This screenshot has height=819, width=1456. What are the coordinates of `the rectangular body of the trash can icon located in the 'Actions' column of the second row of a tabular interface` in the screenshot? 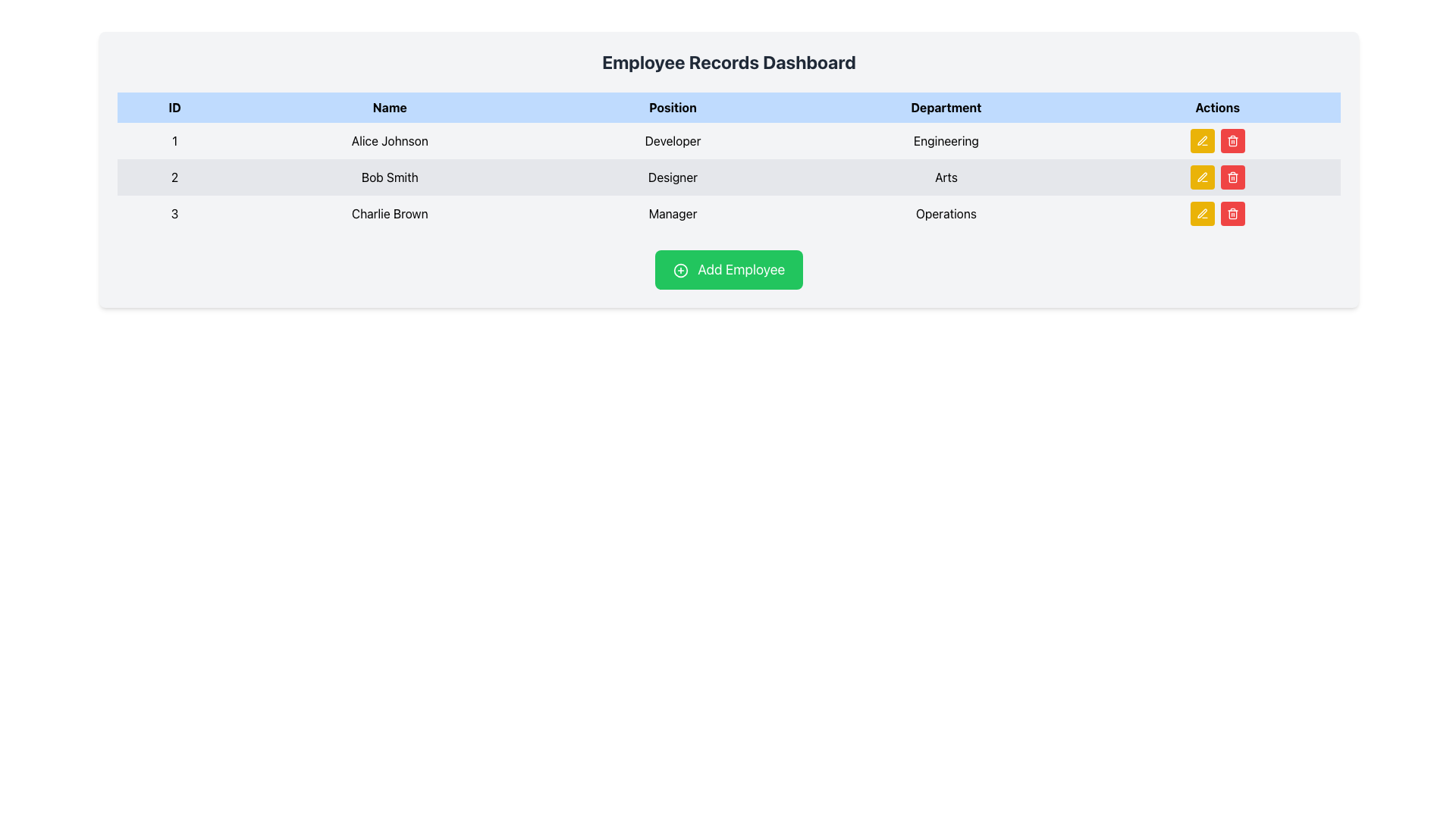 It's located at (1232, 142).